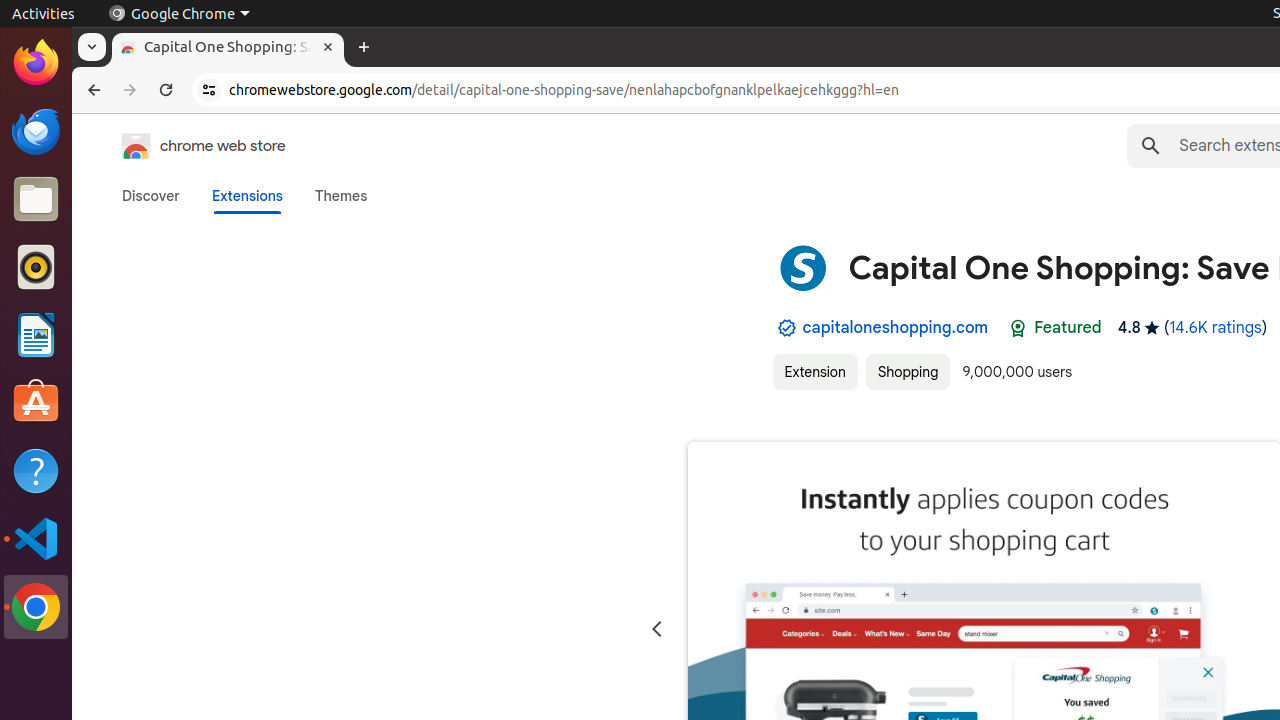  What do you see at coordinates (35, 537) in the screenshot?
I see `'Visual Studio Code'` at bounding box center [35, 537].